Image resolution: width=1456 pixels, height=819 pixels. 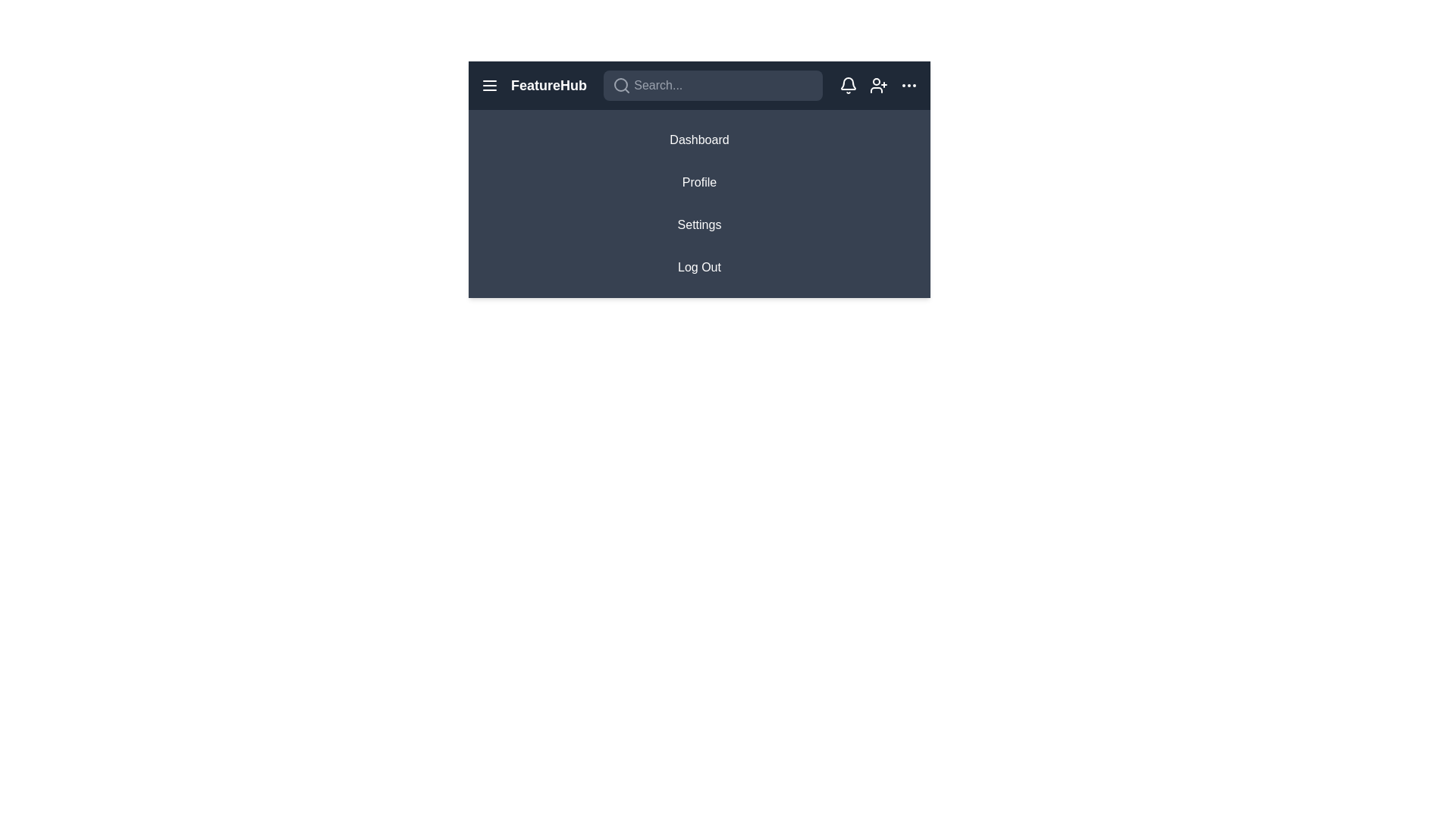 I want to click on the user icon with a plus sign to its right, located in the upper-right corner of the interface, so click(x=878, y=85).